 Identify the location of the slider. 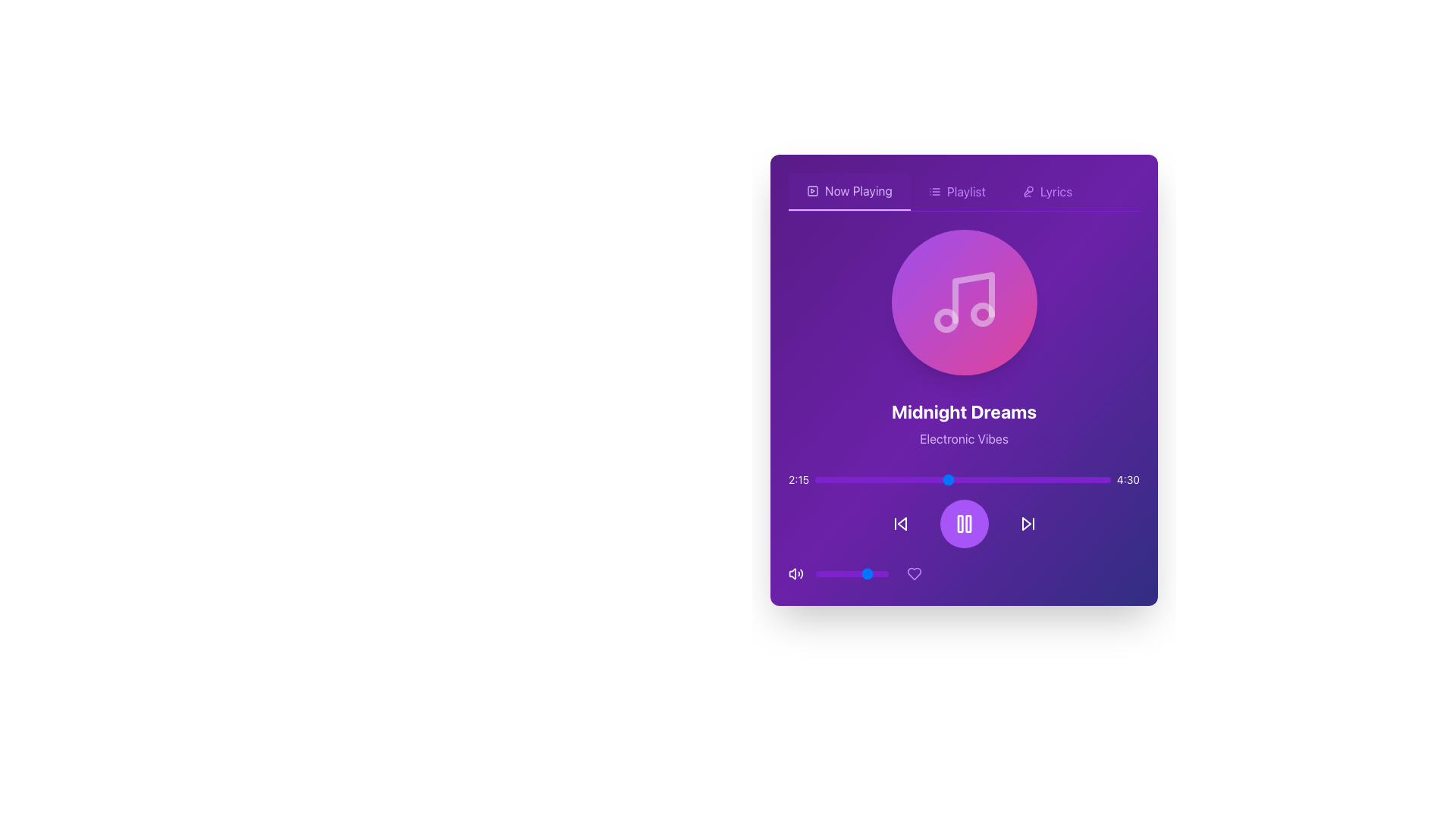
(886, 479).